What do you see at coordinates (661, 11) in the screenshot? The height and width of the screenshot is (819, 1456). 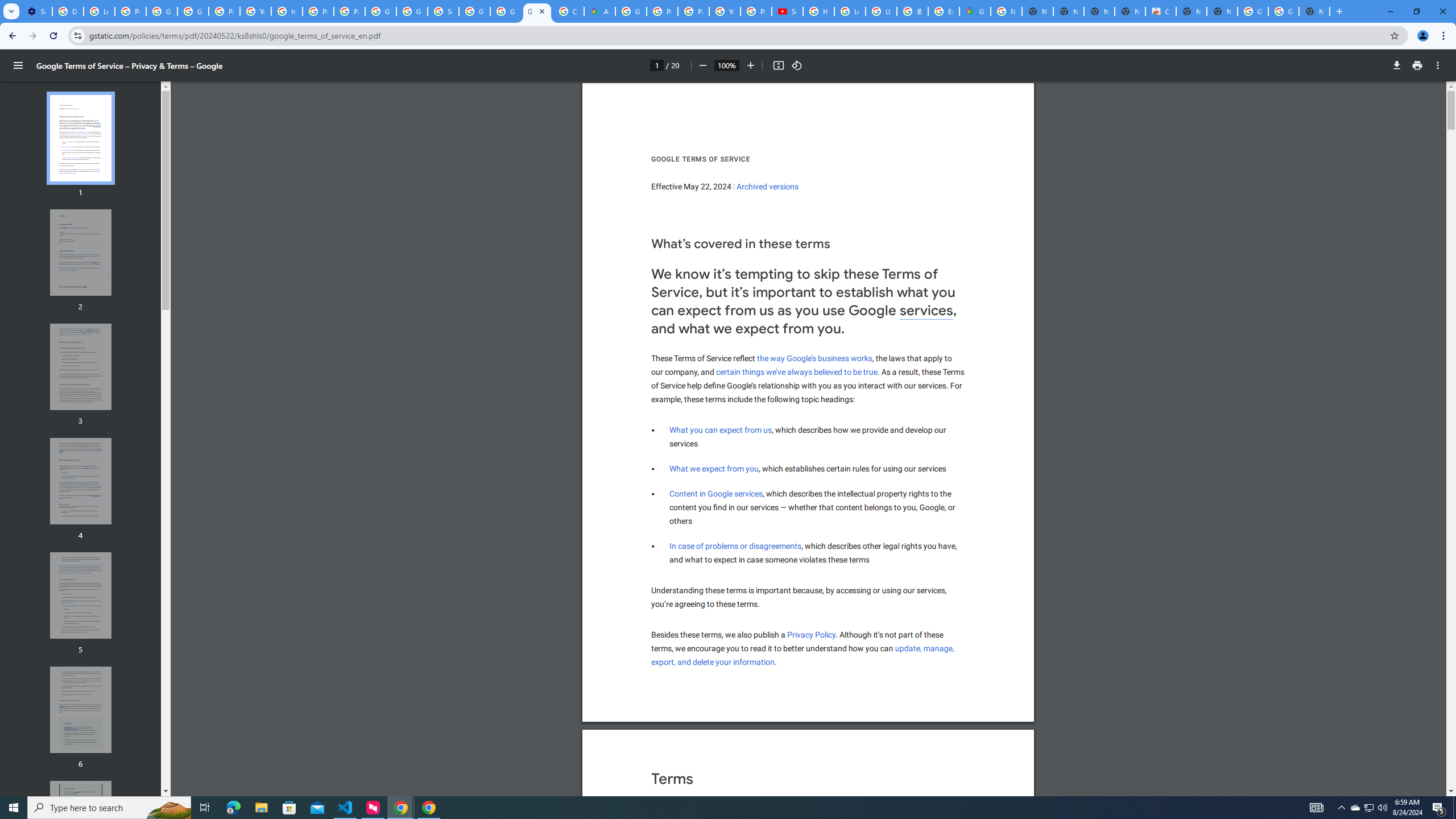 I see `'Privacy Help Center - Policies Help'` at bounding box center [661, 11].